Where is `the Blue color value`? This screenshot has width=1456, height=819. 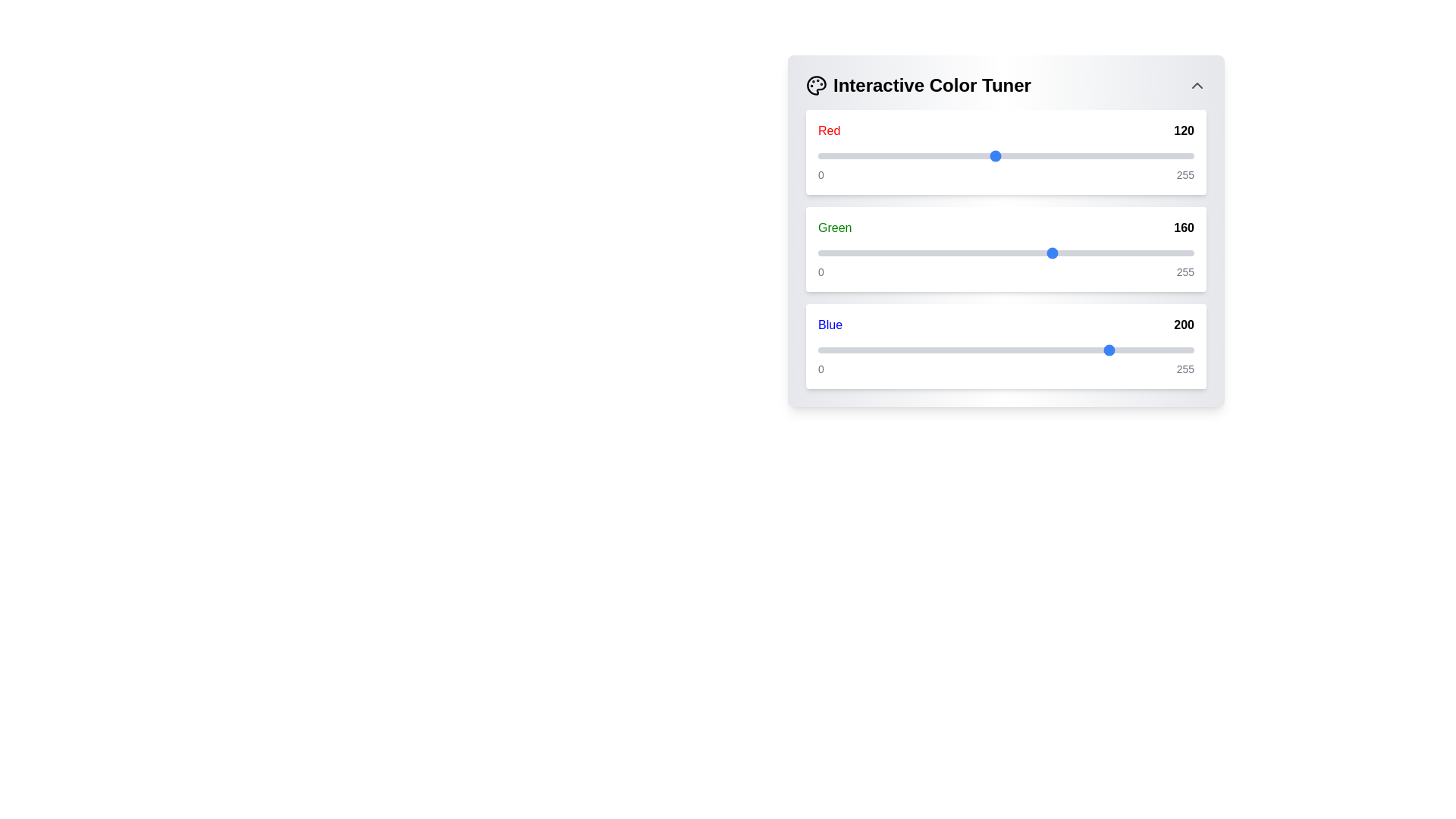 the Blue color value is located at coordinates (1028, 350).